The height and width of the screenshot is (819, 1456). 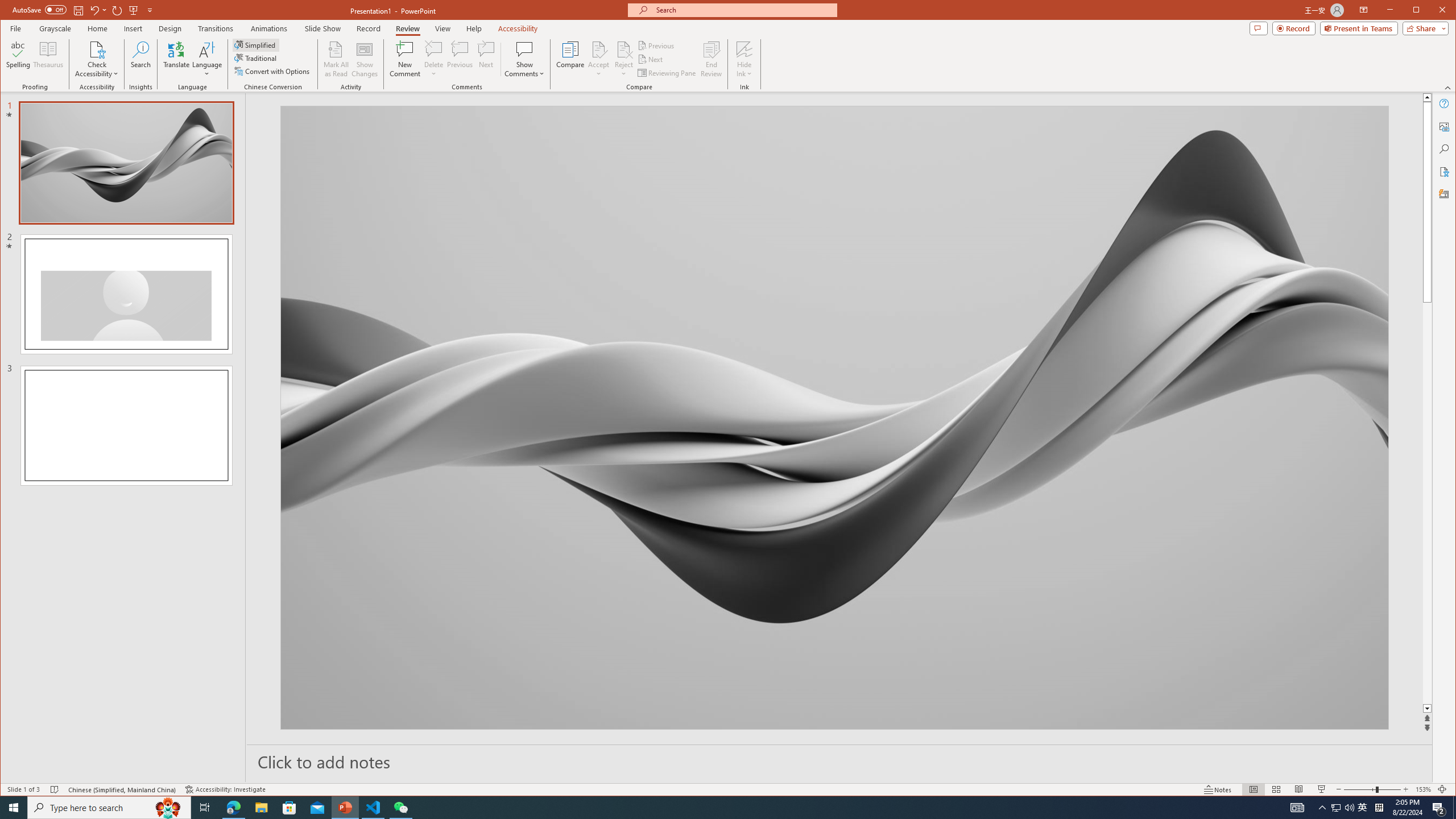 What do you see at coordinates (206, 59) in the screenshot?
I see `'Language'` at bounding box center [206, 59].